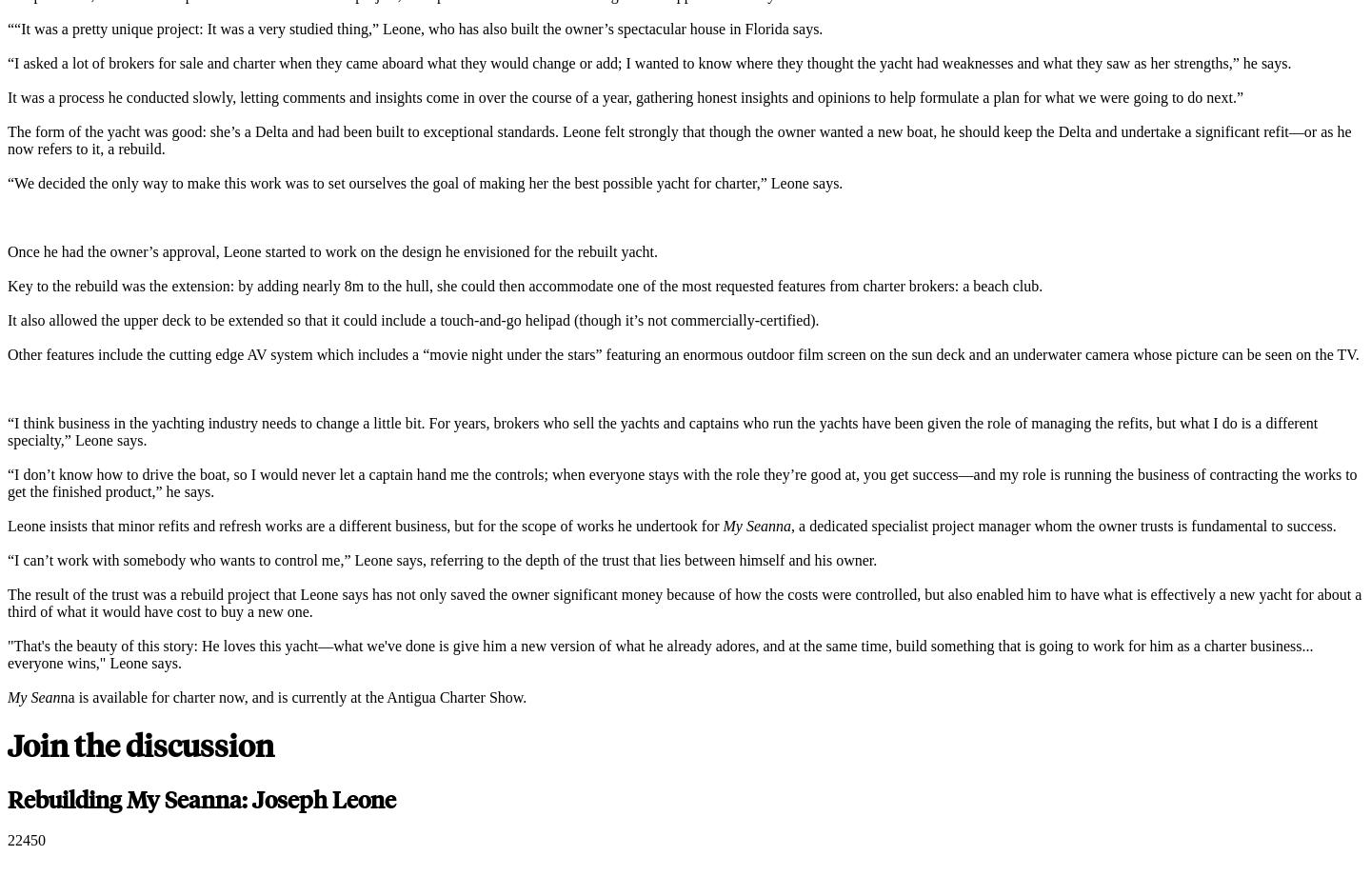 The width and height of the screenshot is (1371, 896). I want to click on '“We decided the only way to make this work was to set ourselves the goal of making her the best possible yacht for charter,” Leone says.', so click(425, 182).